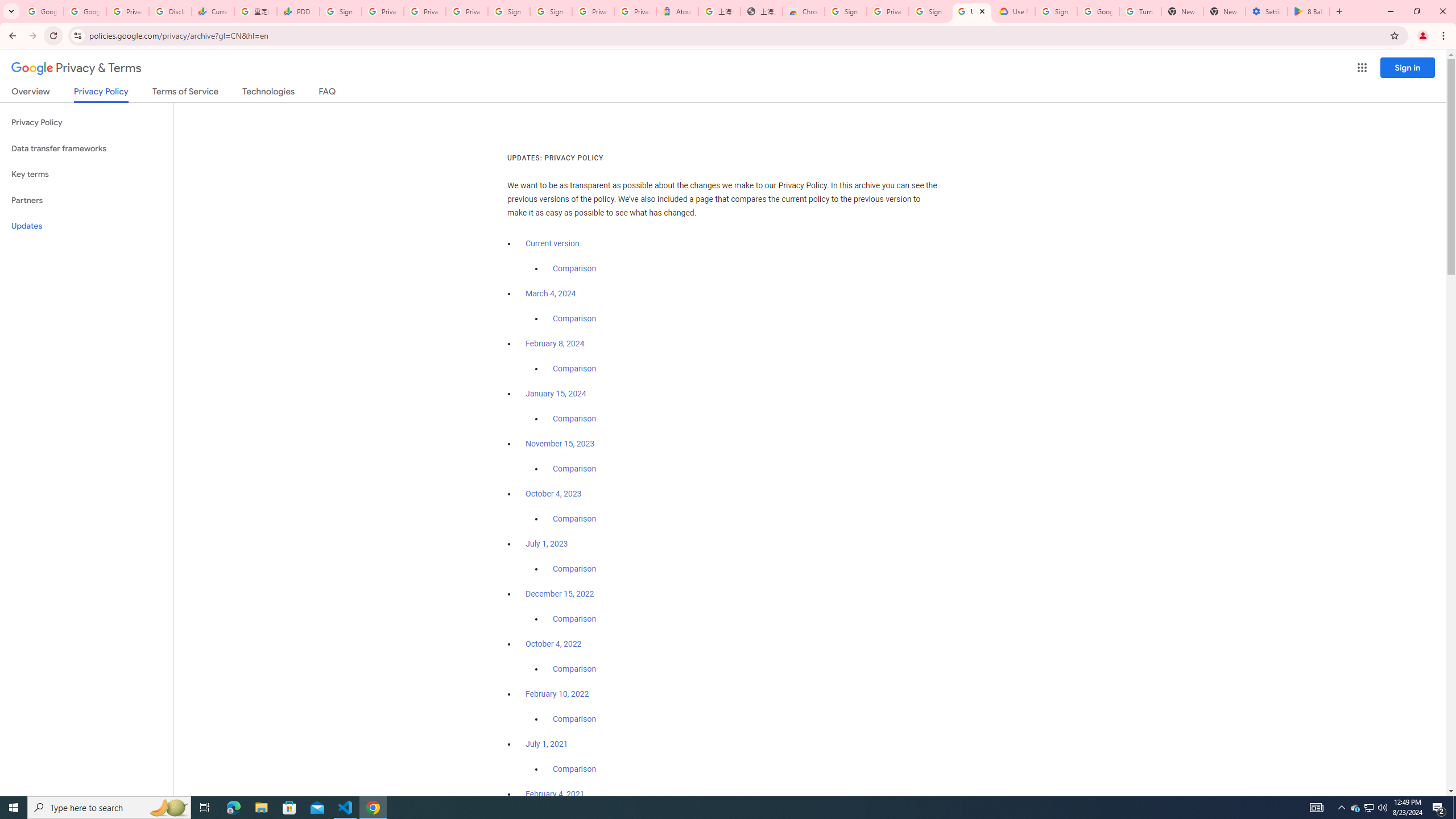  What do you see at coordinates (555, 344) in the screenshot?
I see `'February 8, 2024'` at bounding box center [555, 344].